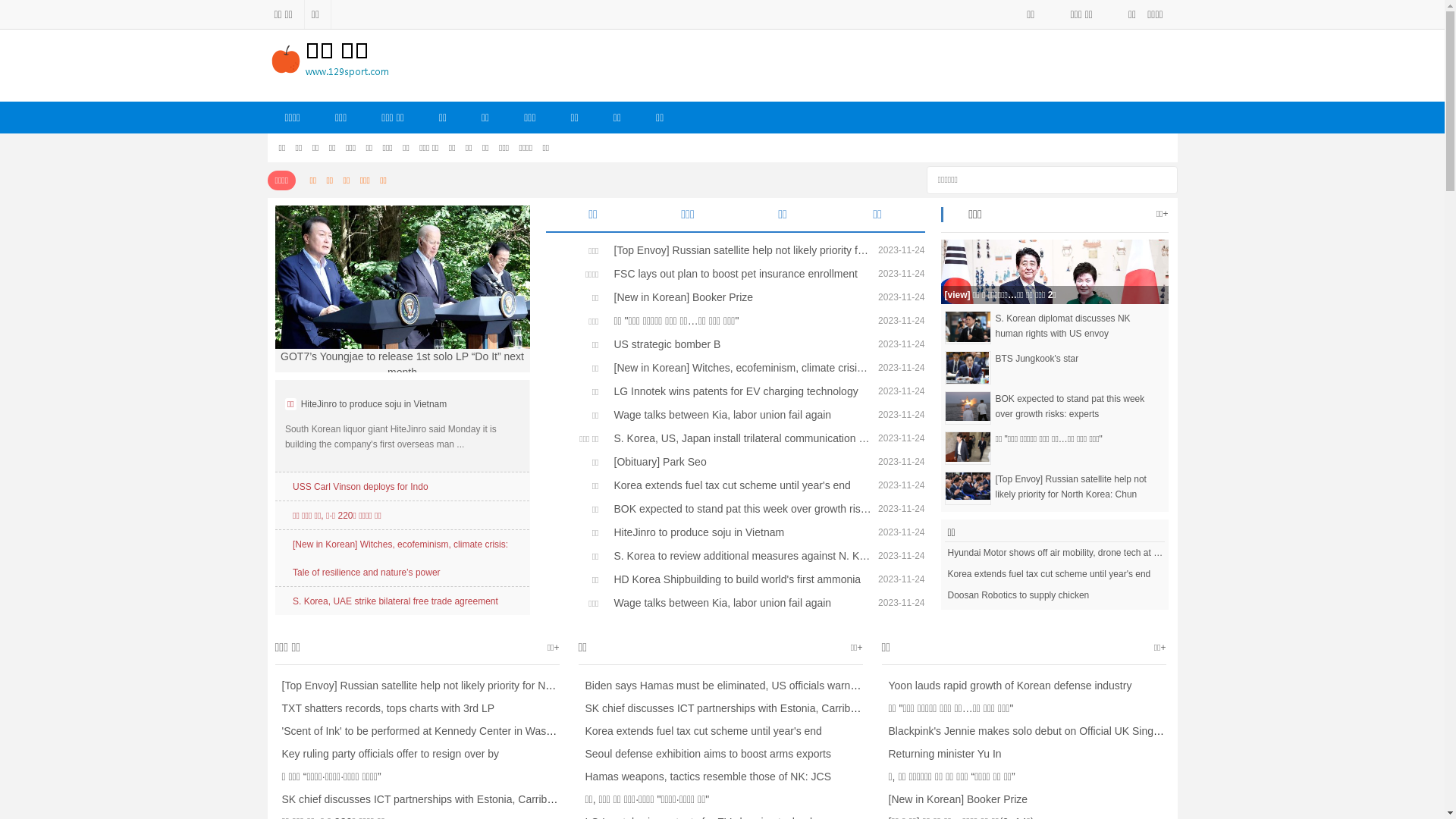 The height and width of the screenshot is (819, 1456). I want to click on 'Yoon lauds rapid growth of Korean defense industry', so click(1006, 685).